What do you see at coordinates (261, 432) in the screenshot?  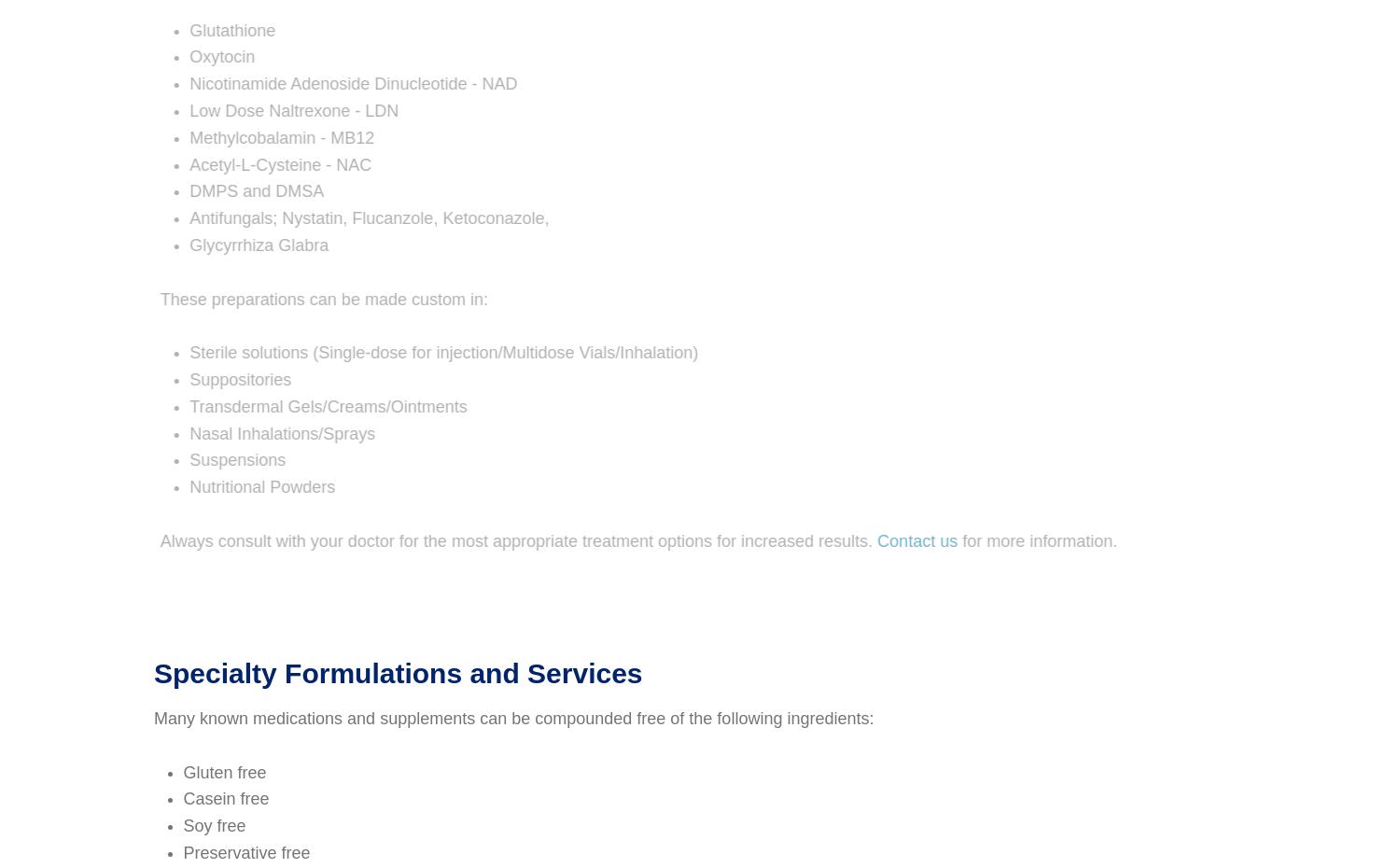 I see `'Nasal Inhalations/Sprays'` at bounding box center [261, 432].